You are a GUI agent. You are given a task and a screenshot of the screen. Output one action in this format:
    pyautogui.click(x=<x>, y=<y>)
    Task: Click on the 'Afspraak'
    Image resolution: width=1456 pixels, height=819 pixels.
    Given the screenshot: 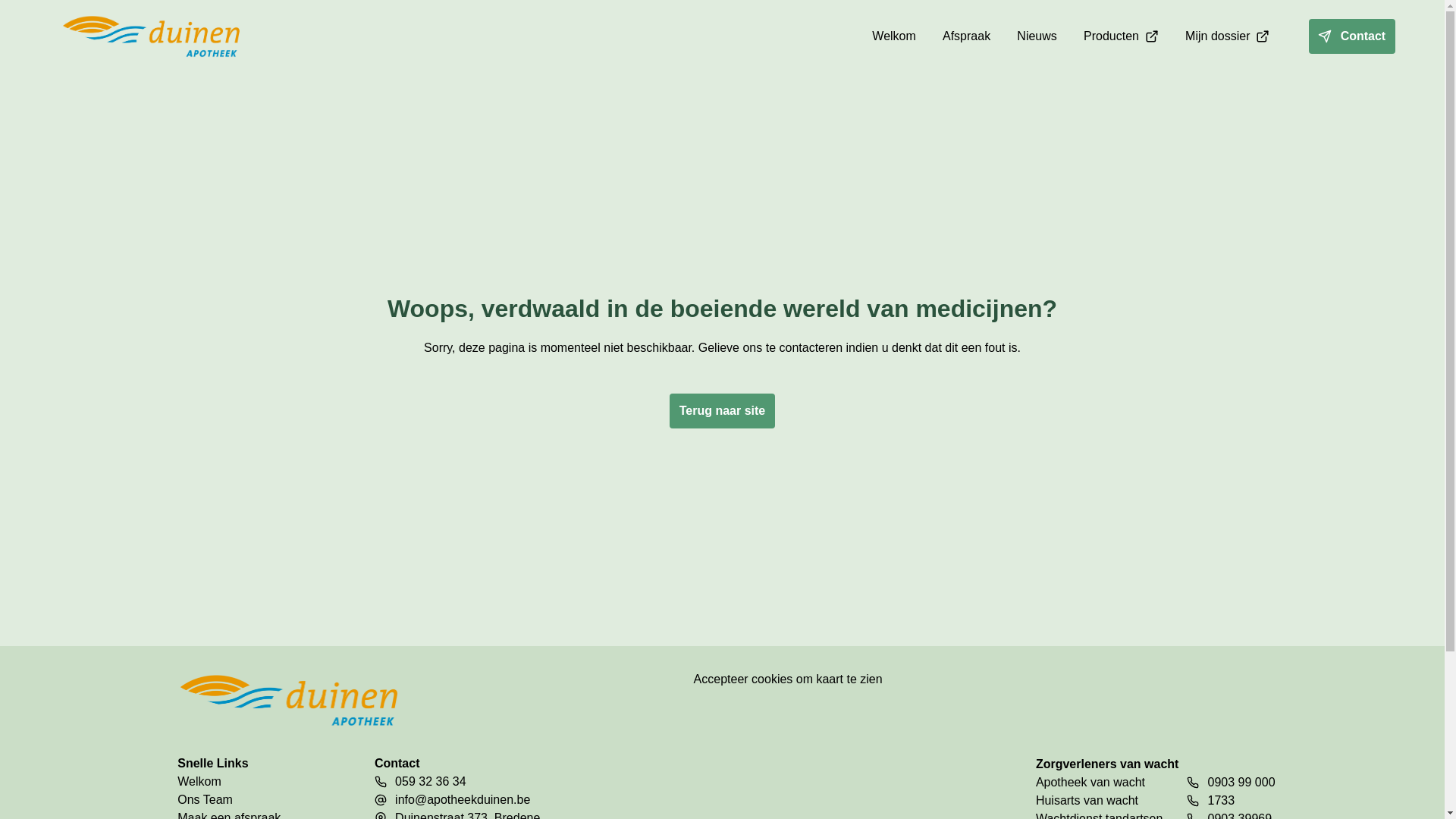 What is the action you would take?
    pyautogui.click(x=930, y=35)
    